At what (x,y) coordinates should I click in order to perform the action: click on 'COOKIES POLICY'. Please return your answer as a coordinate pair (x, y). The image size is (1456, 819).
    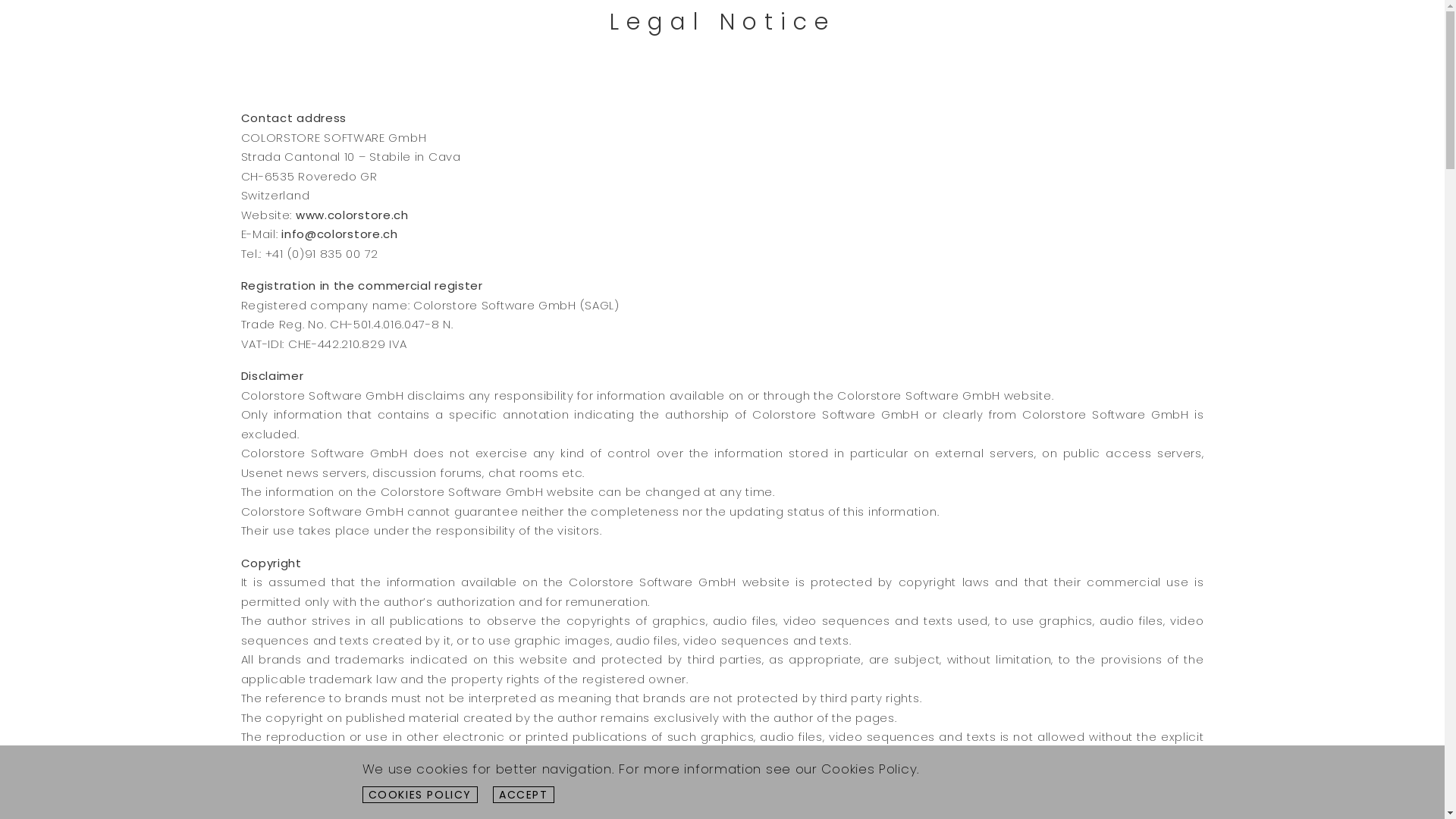
    Looking at the image, I should click on (420, 794).